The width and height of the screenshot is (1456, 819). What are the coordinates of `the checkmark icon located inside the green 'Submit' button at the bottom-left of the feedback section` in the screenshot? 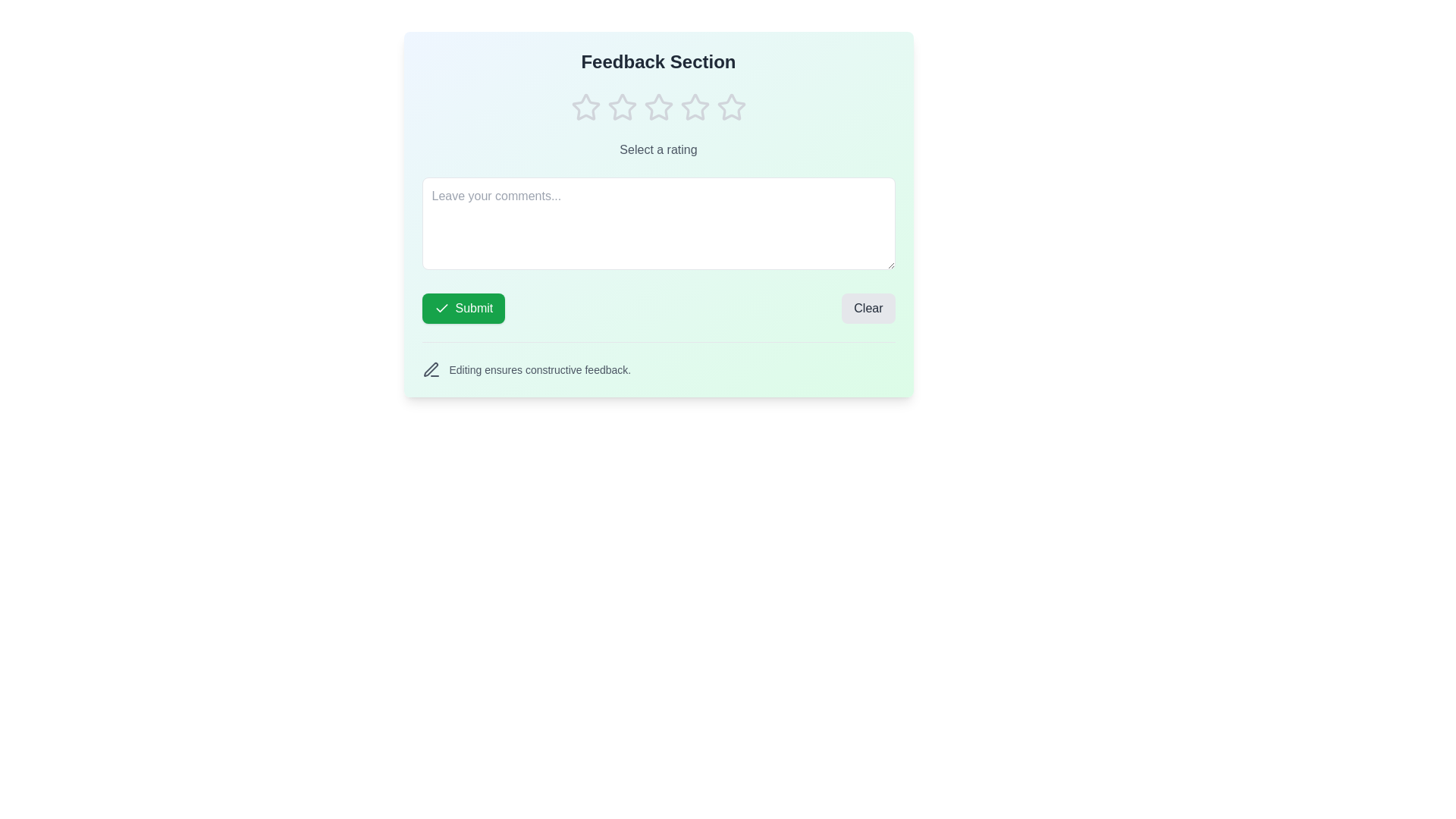 It's located at (441, 308).